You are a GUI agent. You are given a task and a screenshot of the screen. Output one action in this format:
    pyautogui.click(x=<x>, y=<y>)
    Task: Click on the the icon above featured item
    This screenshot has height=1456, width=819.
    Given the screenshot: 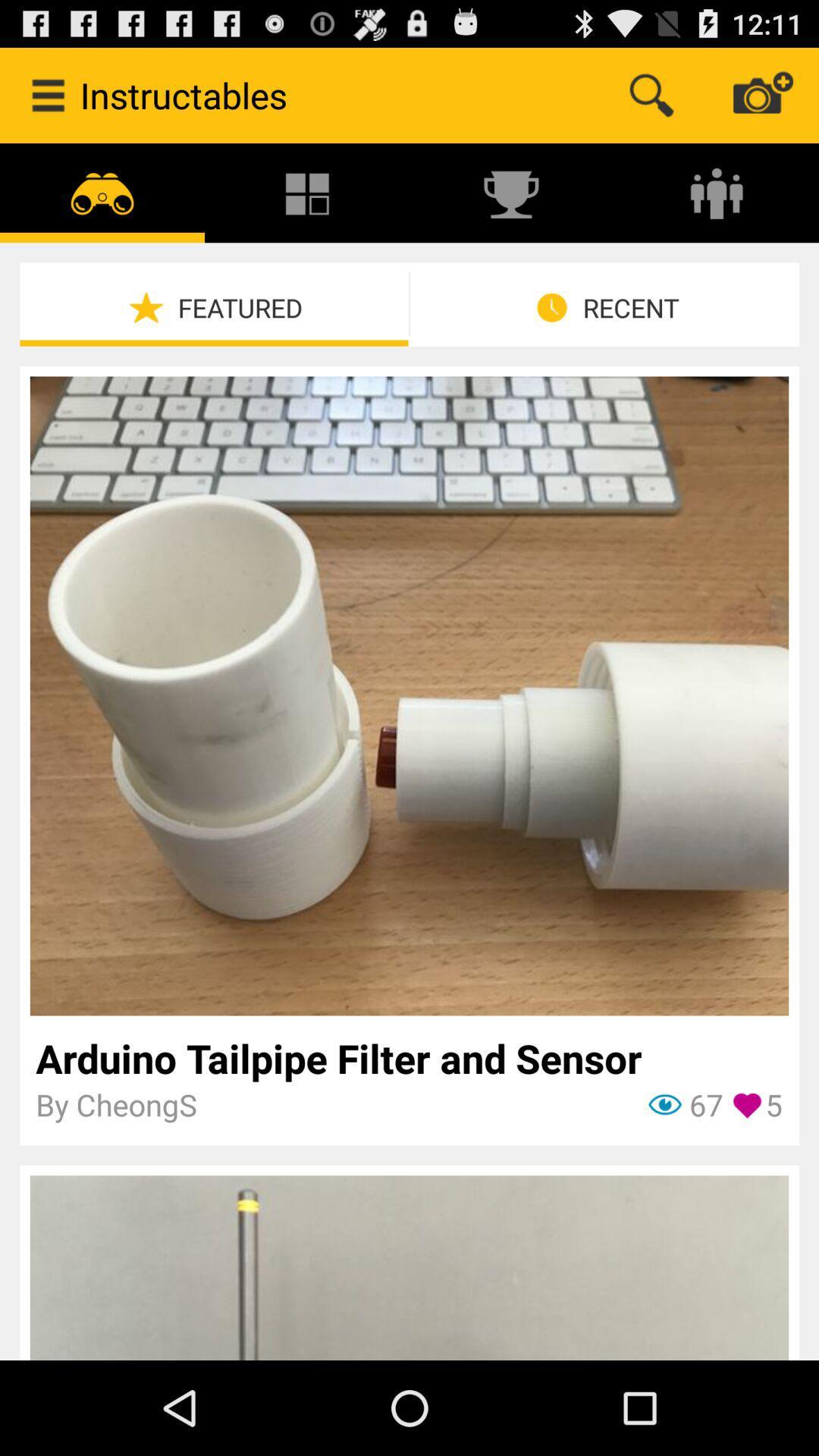 What is the action you would take?
    pyautogui.click(x=307, y=192)
    